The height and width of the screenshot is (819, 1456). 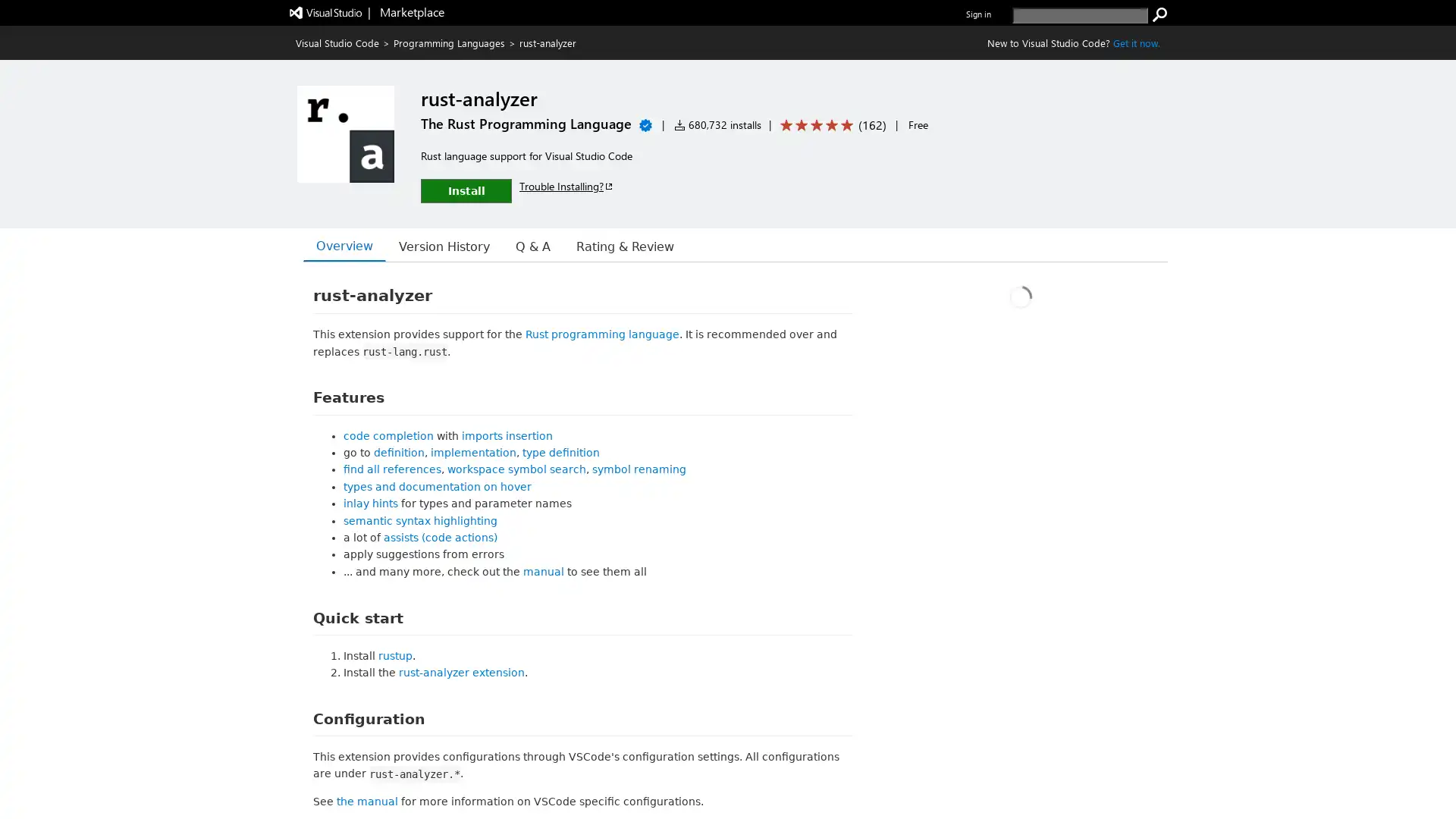 What do you see at coordinates (1159, 14) in the screenshot?
I see `search` at bounding box center [1159, 14].